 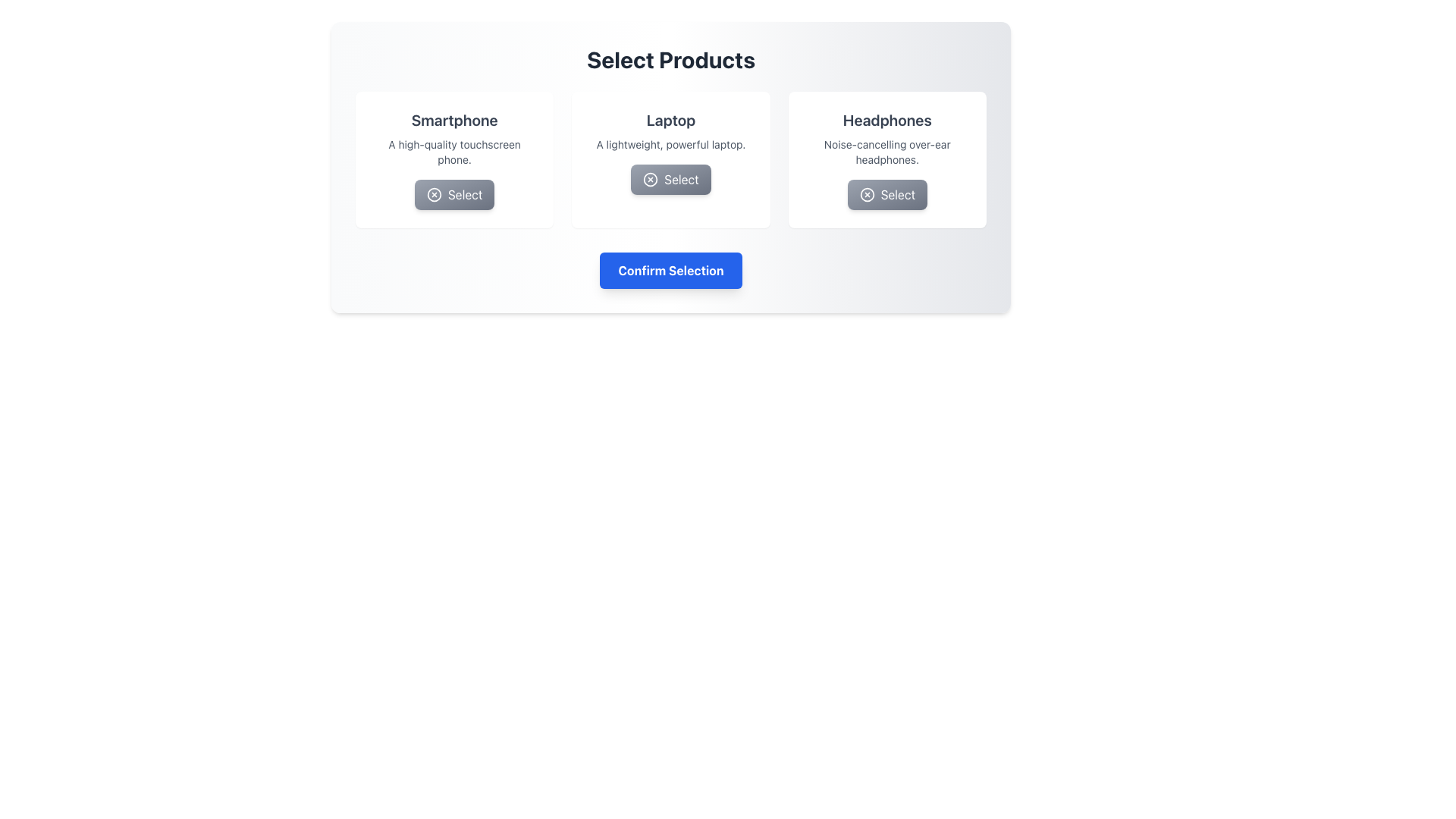 What do you see at coordinates (887, 194) in the screenshot?
I see `the 'Headphones' selection button to trigger visual feedback such as a shadow or scale effect` at bounding box center [887, 194].